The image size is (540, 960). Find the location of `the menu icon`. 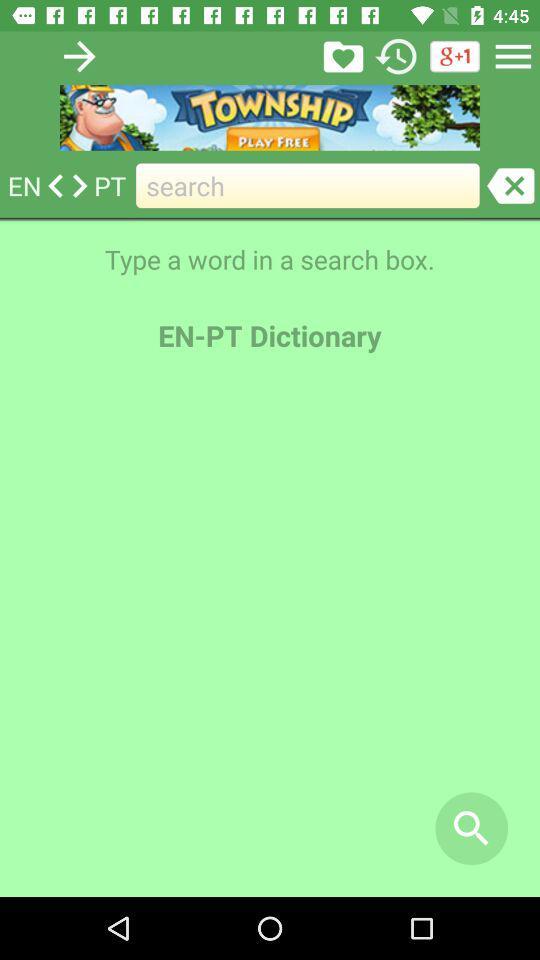

the menu icon is located at coordinates (513, 55).